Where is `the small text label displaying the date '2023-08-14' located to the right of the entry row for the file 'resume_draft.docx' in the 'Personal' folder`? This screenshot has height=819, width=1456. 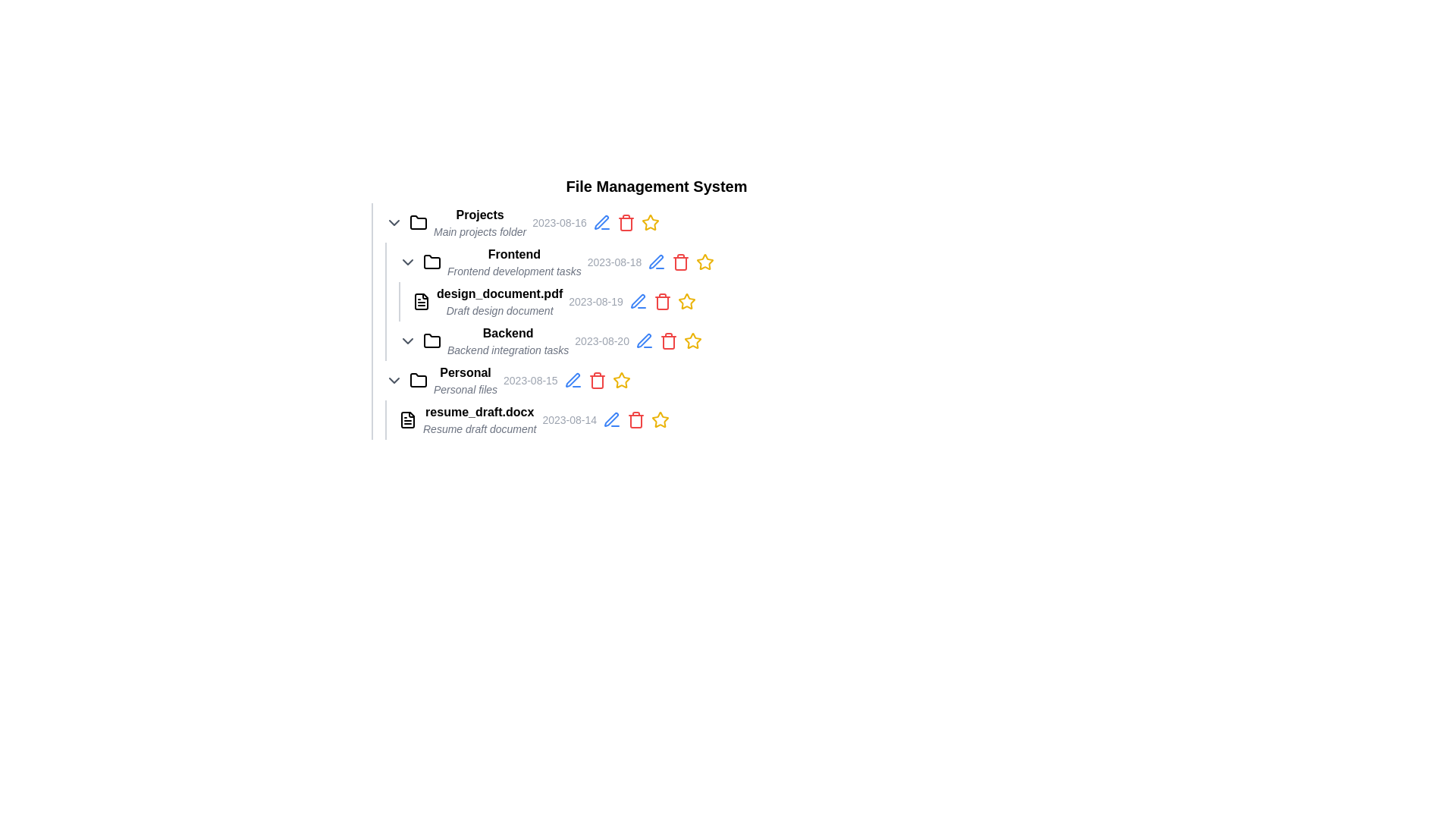 the small text label displaying the date '2023-08-14' located to the right of the entry row for the file 'resume_draft.docx' in the 'Personal' folder is located at coordinates (569, 420).